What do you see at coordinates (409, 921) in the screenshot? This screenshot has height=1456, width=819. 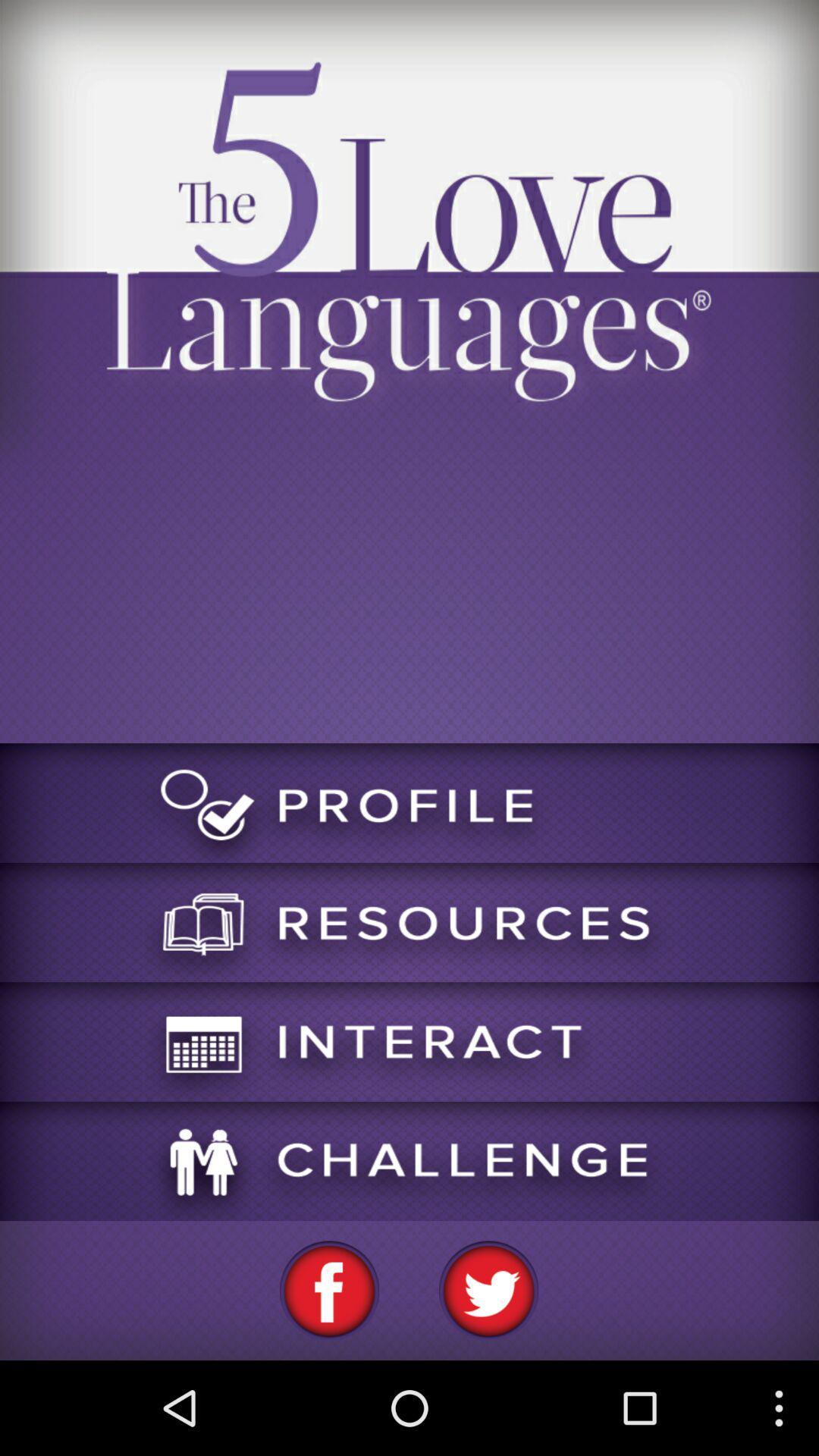 I see `resource` at bounding box center [409, 921].